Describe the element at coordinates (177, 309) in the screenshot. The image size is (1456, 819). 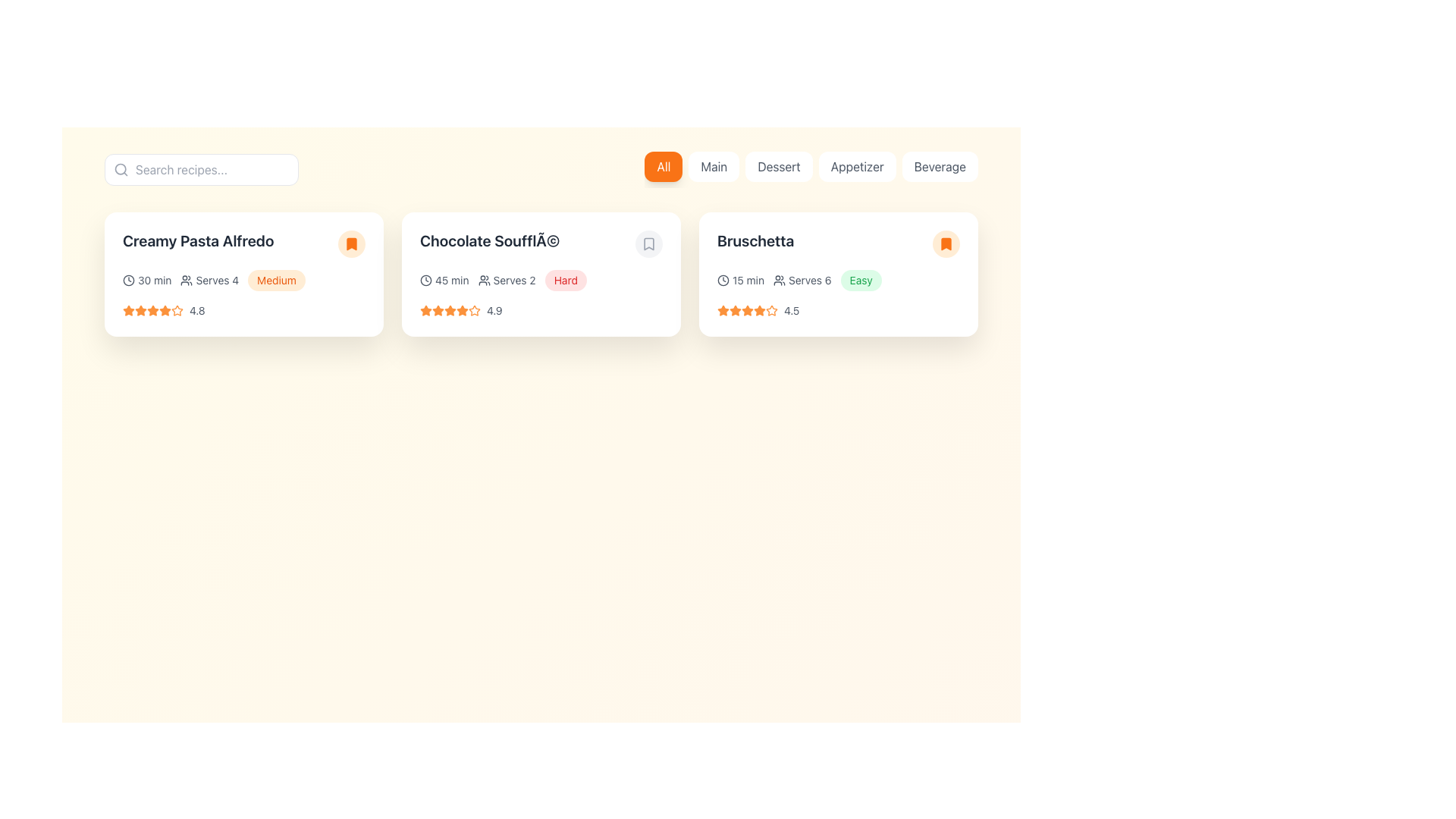
I see `the fifth star icon in the rating scale for 'Creamy Pasta Alfredo'` at that location.